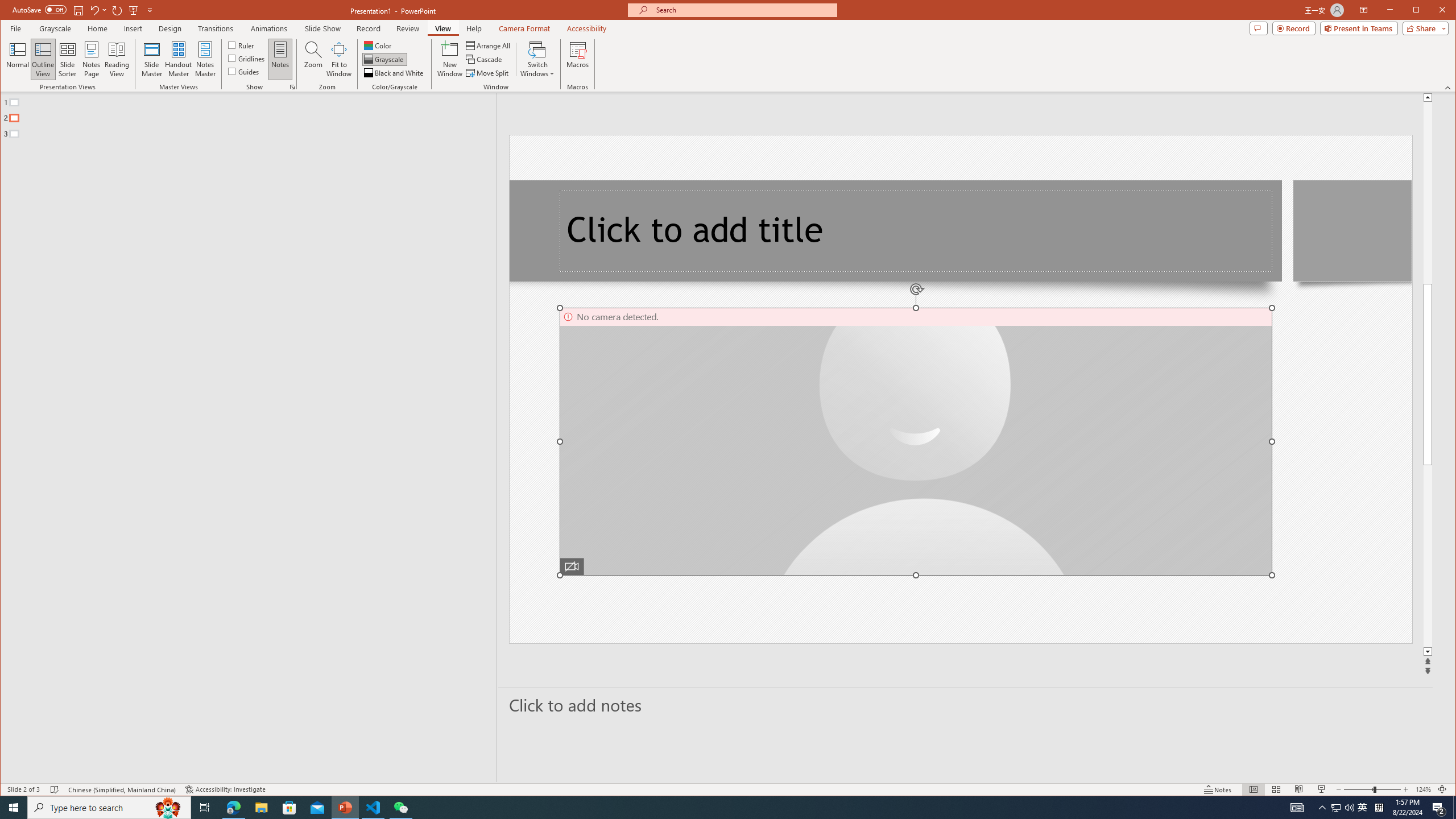  I want to click on 'Macros', so click(577, 59).